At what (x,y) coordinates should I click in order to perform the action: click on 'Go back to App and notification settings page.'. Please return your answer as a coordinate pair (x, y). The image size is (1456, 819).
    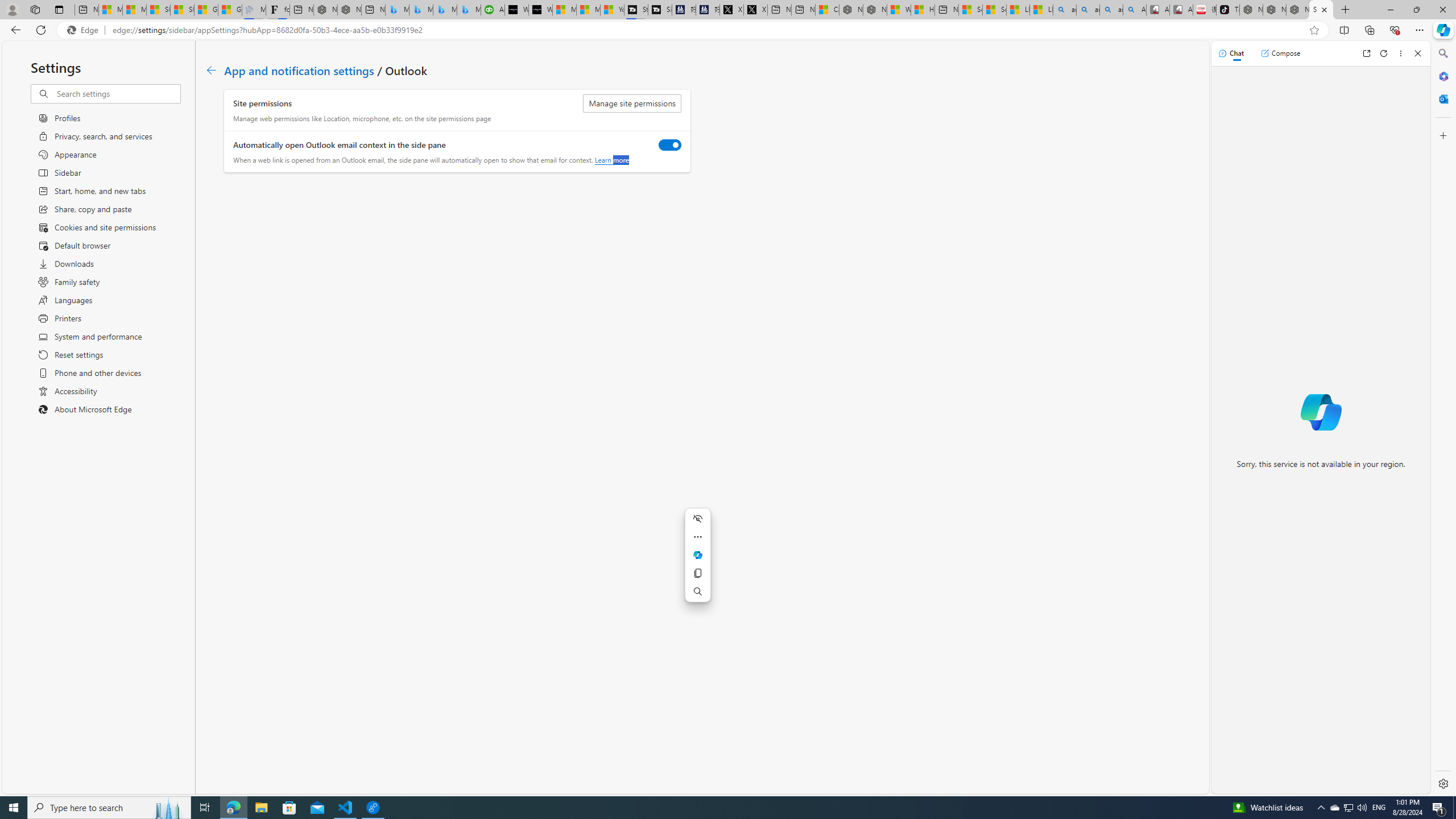
    Looking at the image, I should click on (210, 70).